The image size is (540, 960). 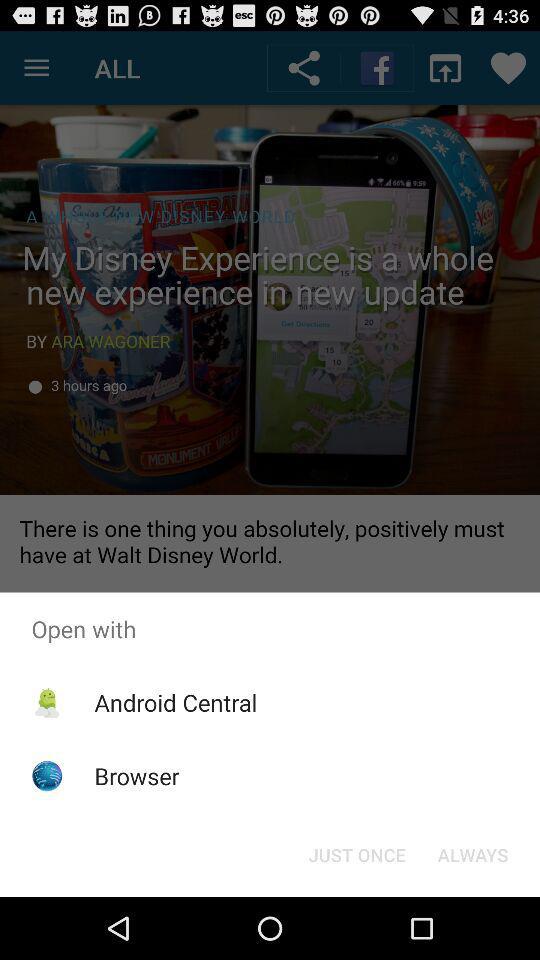 What do you see at coordinates (356, 853) in the screenshot?
I see `just once at the bottom` at bounding box center [356, 853].